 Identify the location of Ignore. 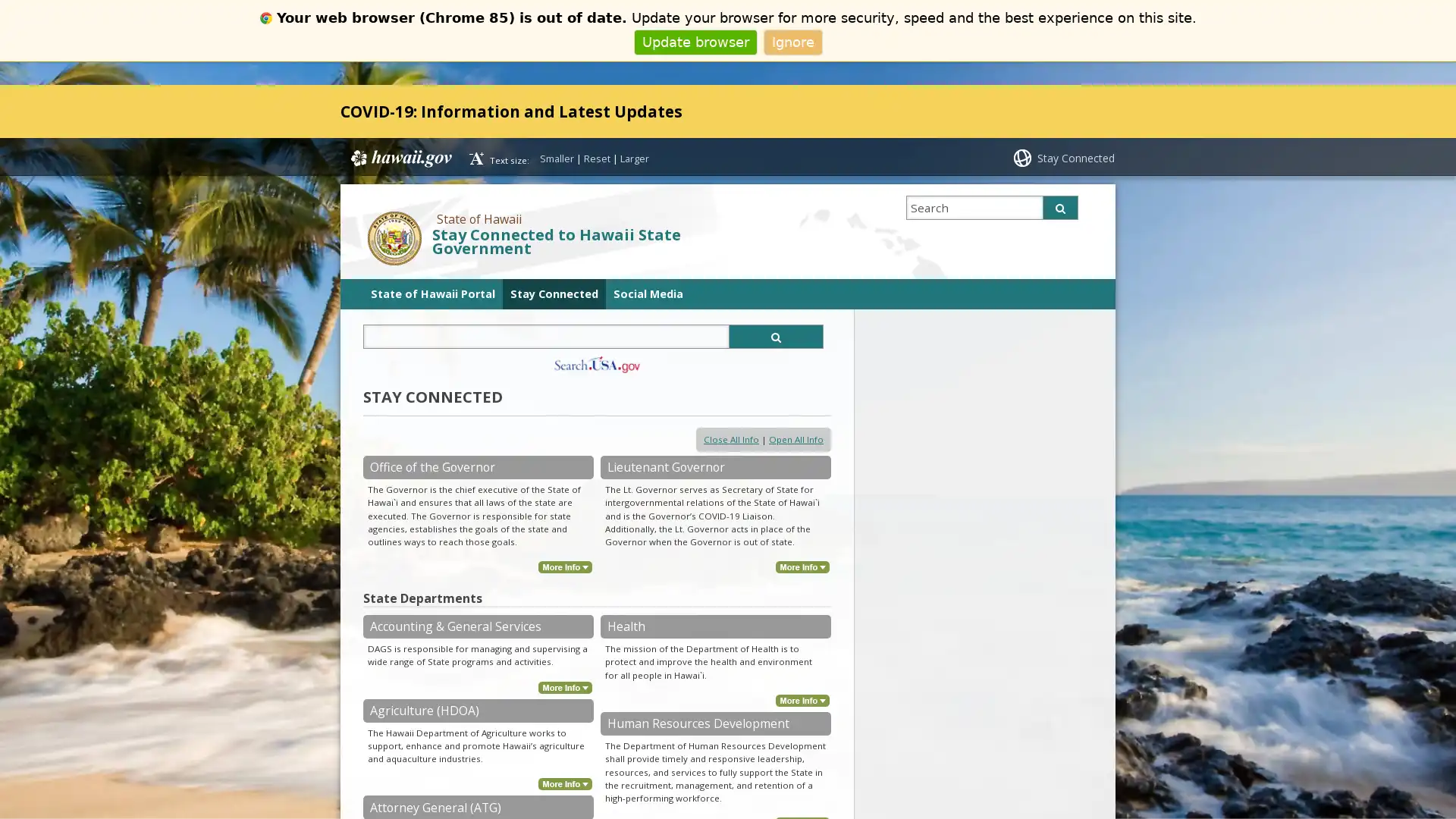
(792, 41).